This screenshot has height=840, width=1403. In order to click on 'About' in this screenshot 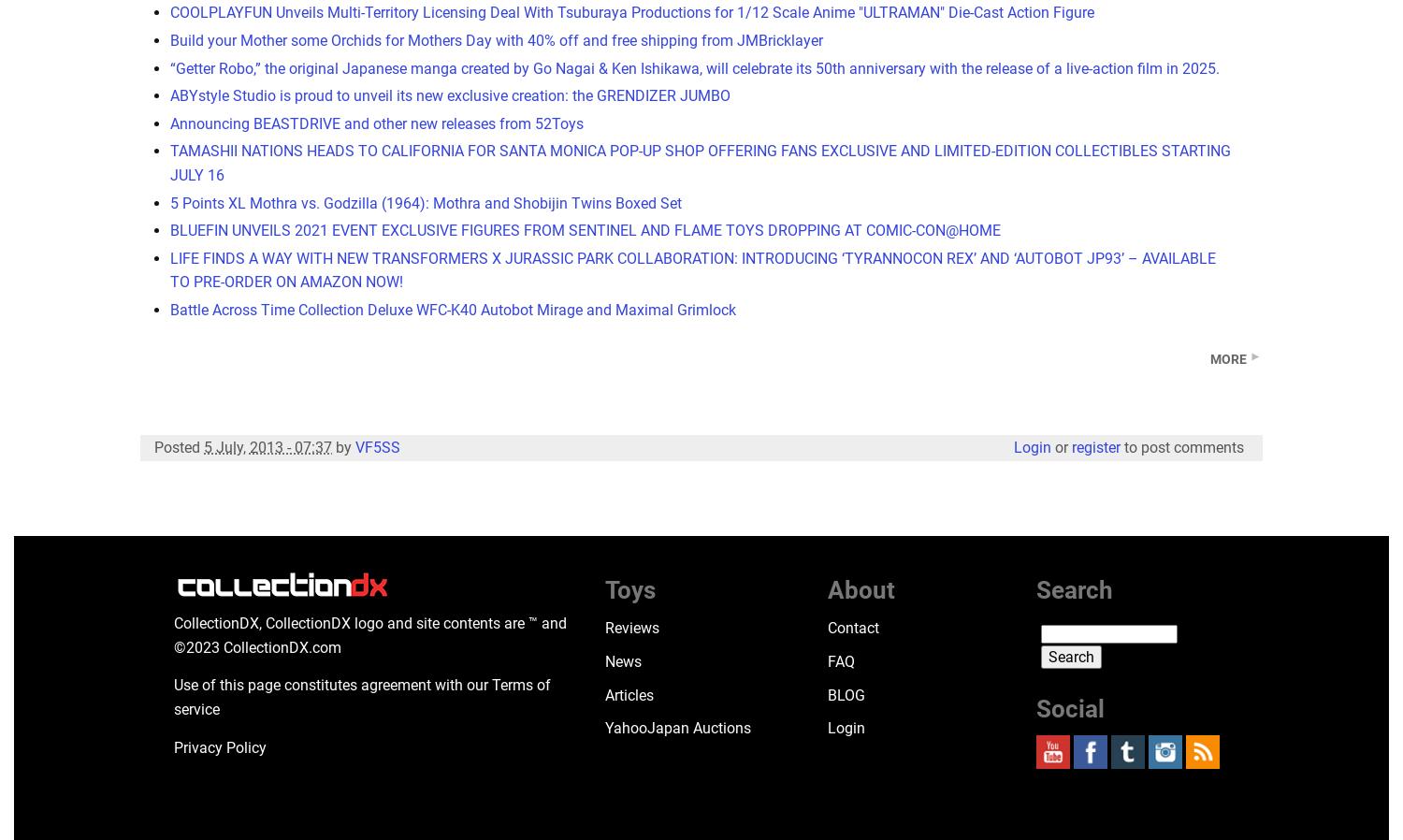, I will do `click(861, 588)`.